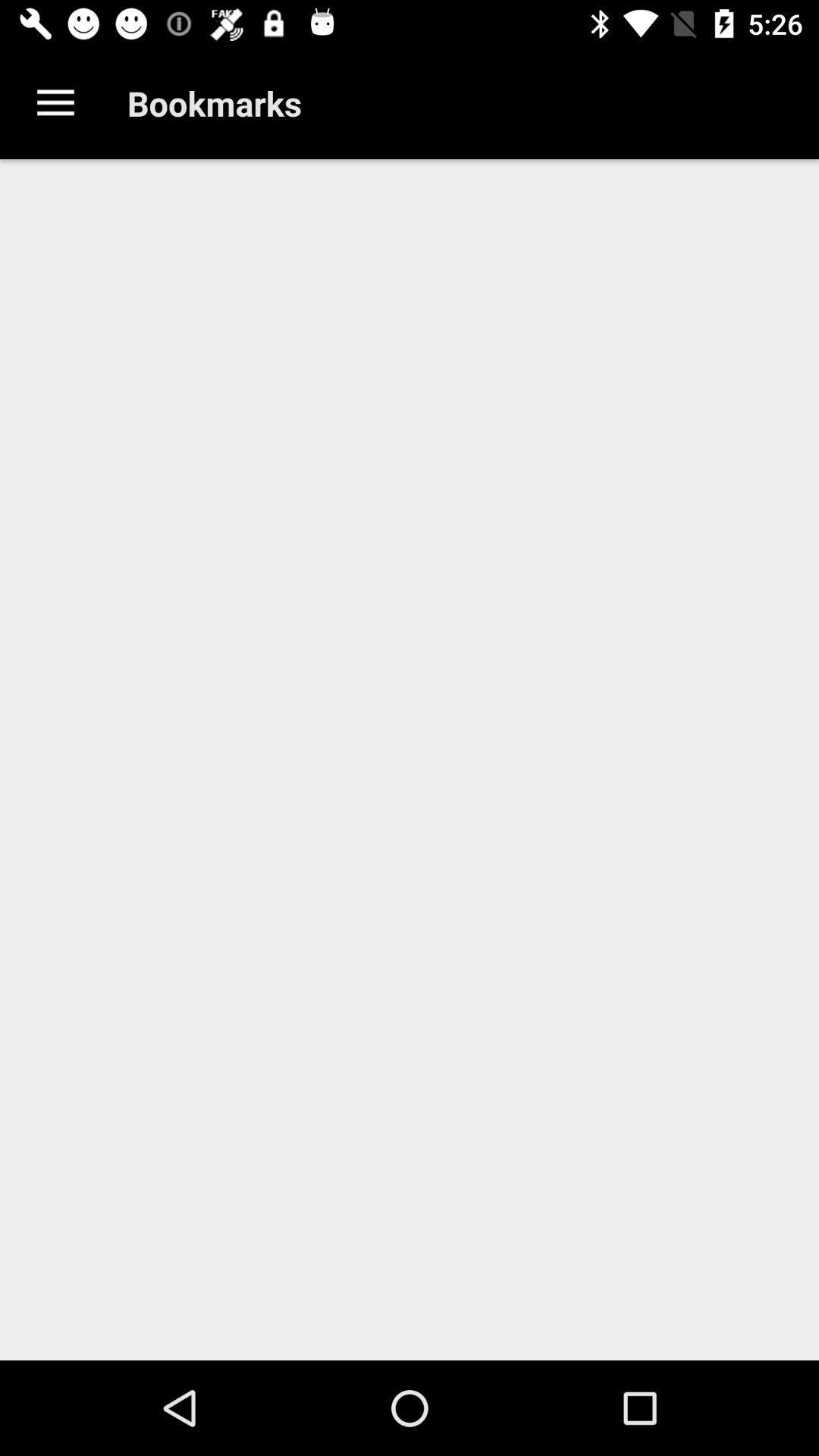 The width and height of the screenshot is (819, 1456). Describe the element at coordinates (55, 102) in the screenshot. I see `the icon next to bookmarks` at that location.